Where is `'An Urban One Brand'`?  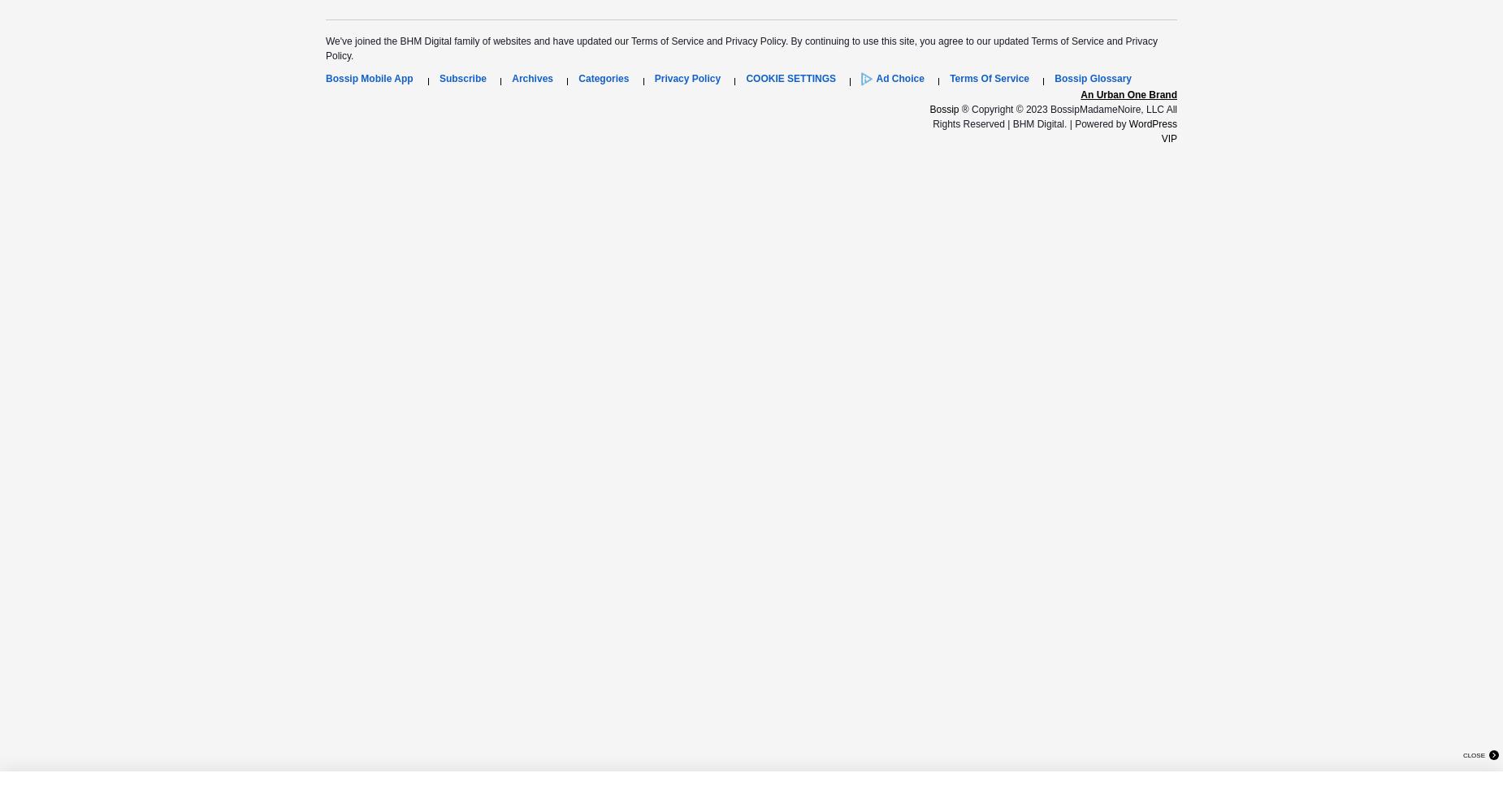 'An Urban One Brand' is located at coordinates (1128, 93).